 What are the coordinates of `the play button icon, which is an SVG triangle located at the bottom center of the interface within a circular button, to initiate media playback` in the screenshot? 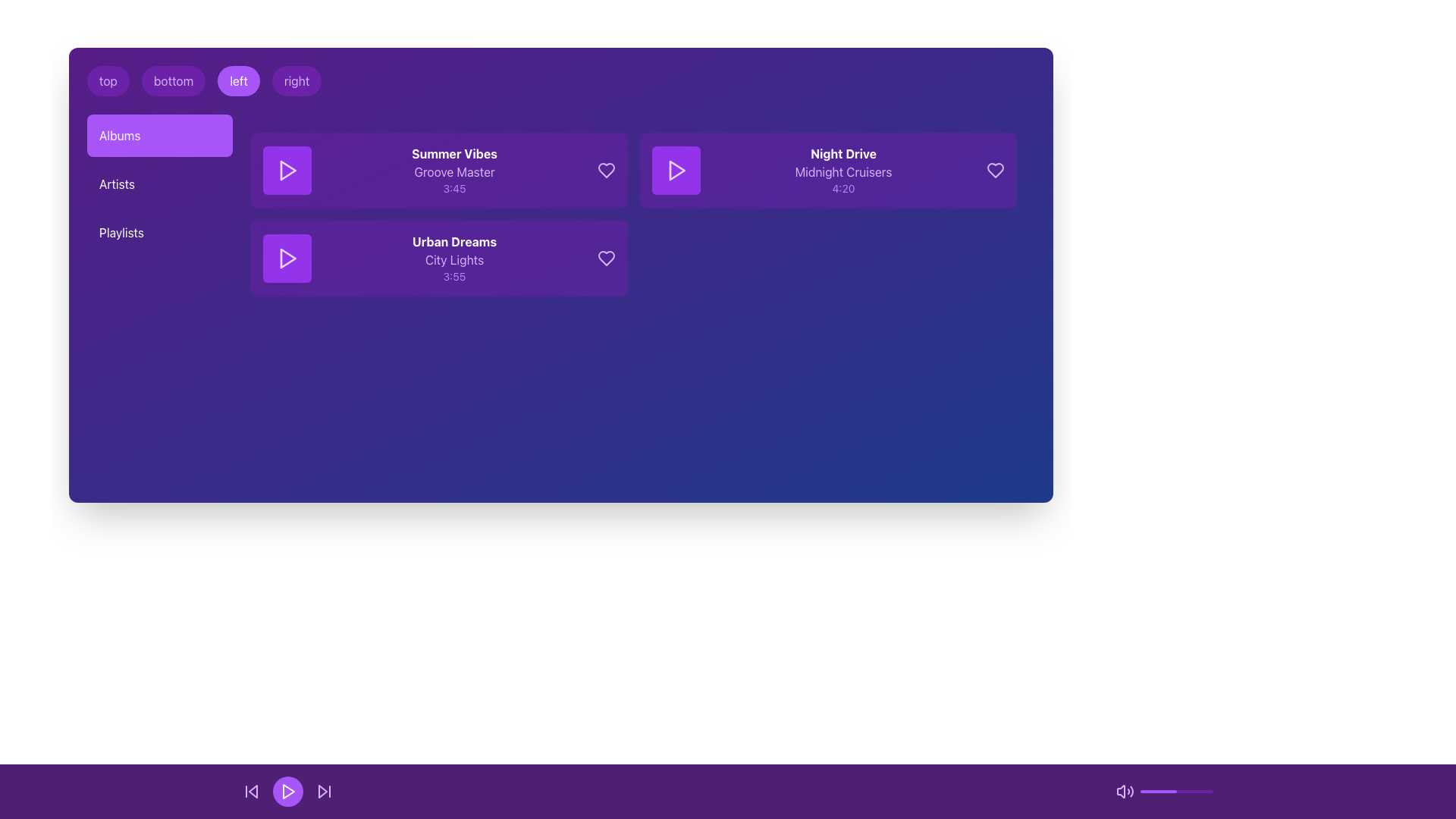 It's located at (288, 791).